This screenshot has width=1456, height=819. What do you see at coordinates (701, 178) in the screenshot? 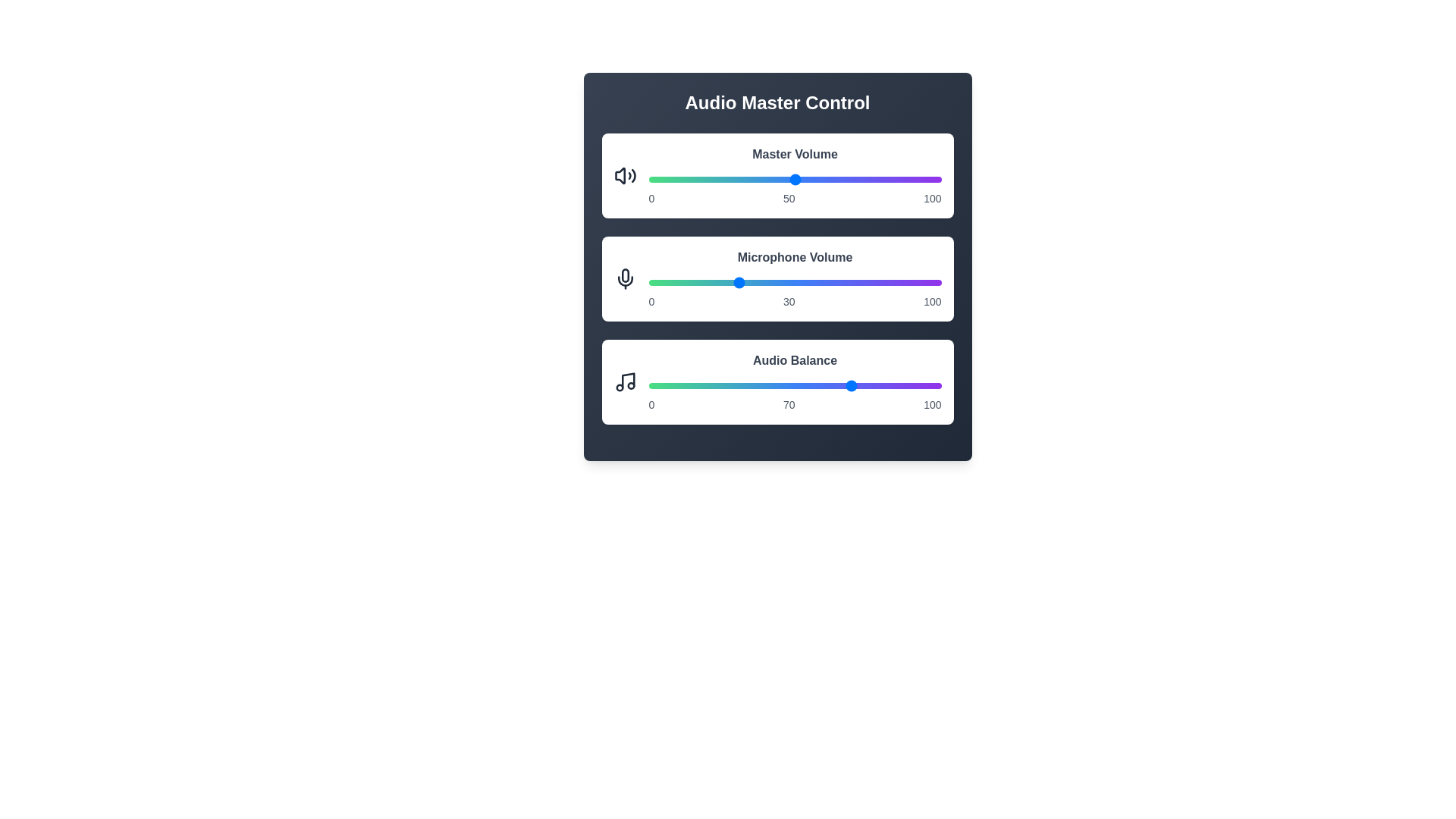
I see `the Master Volume slider to 18%` at bounding box center [701, 178].